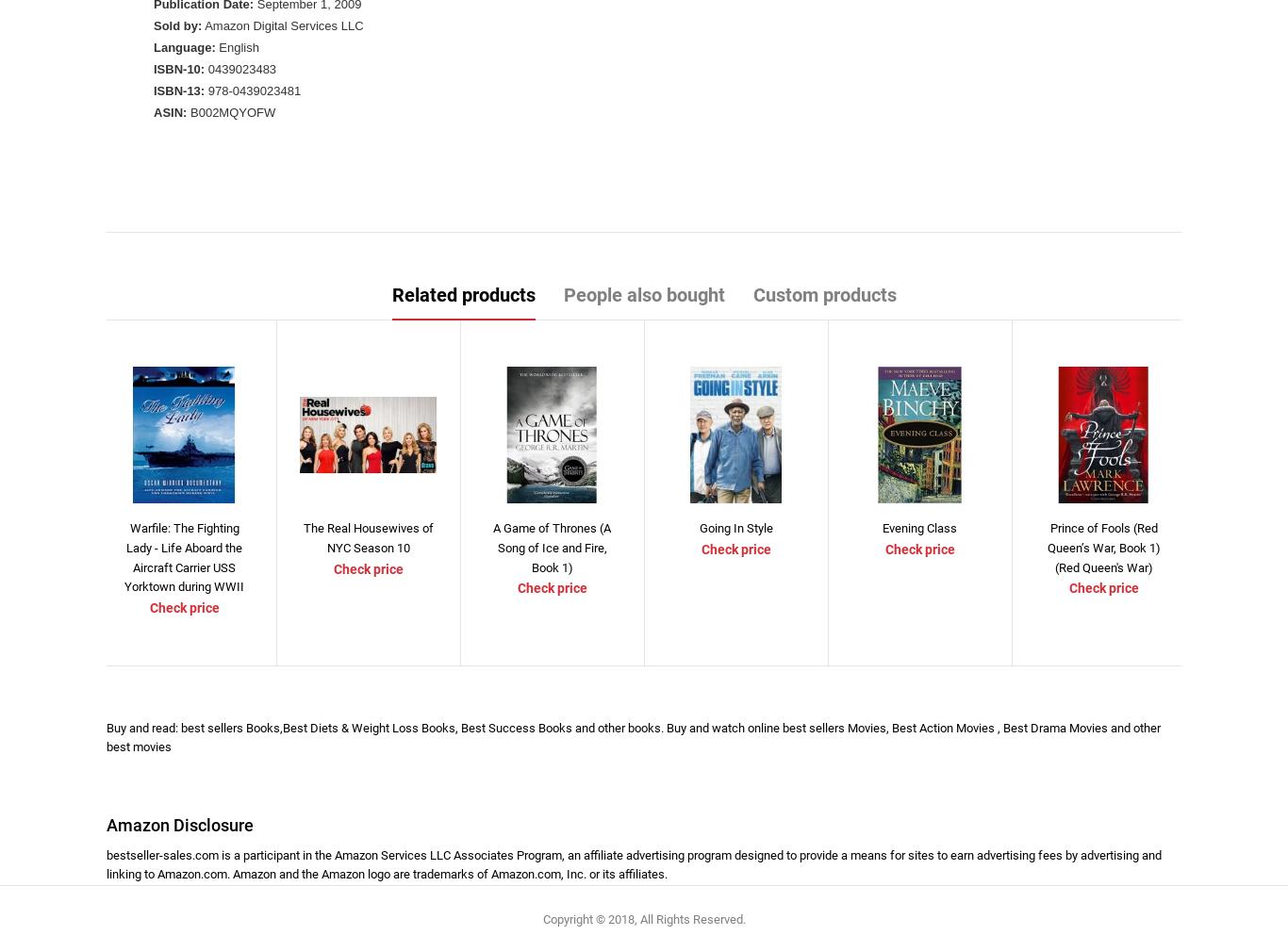 Image resolution: width=1288 pixels, height=952 pixels. I want to click on 'Language:', so click(183, 46).